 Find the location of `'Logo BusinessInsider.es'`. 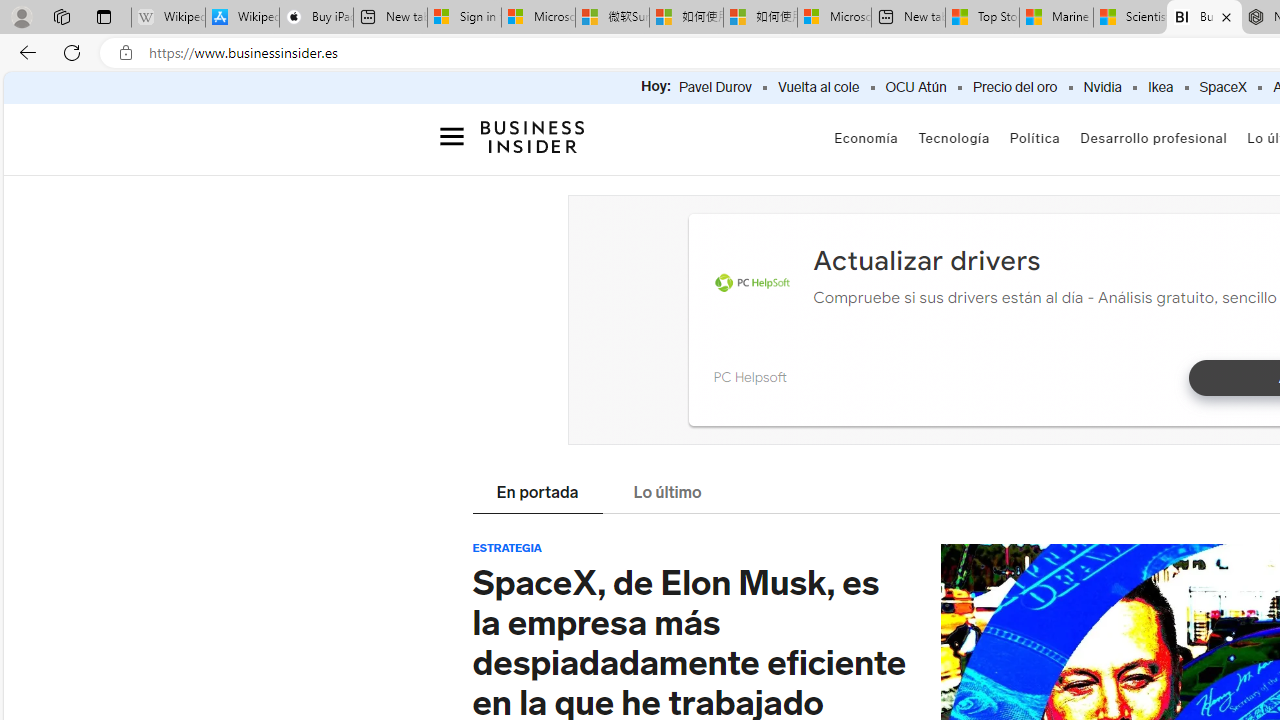

'Logo BusinessInsider.es' is located at coordinates (533, 141).